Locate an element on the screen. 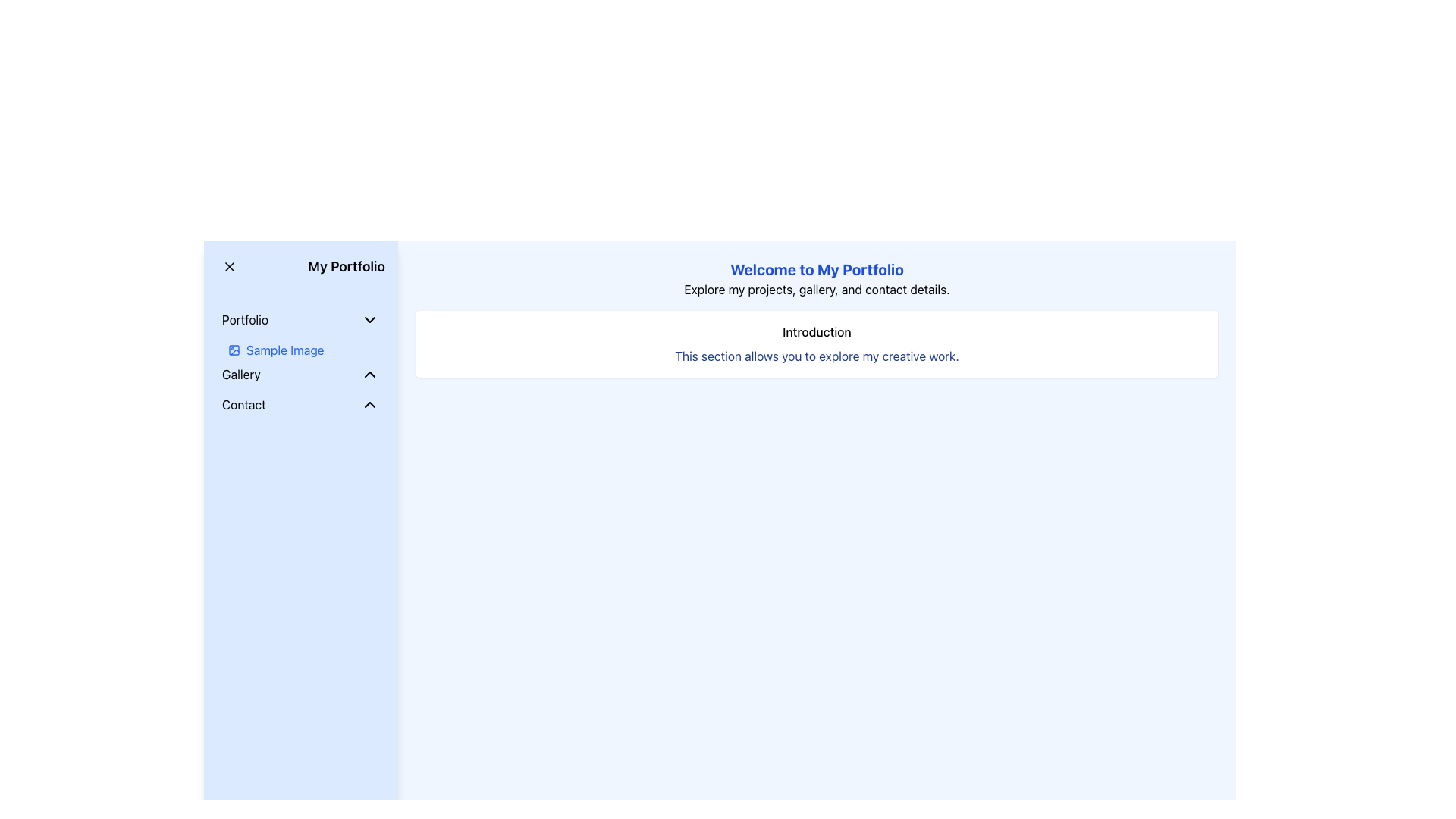 The width and height of the screenshot is (1456, 819). the navigation link labeled 'Sample Image' located under the 'Portfolio' menu in the navigation panel is located at coordinates (300, 331).